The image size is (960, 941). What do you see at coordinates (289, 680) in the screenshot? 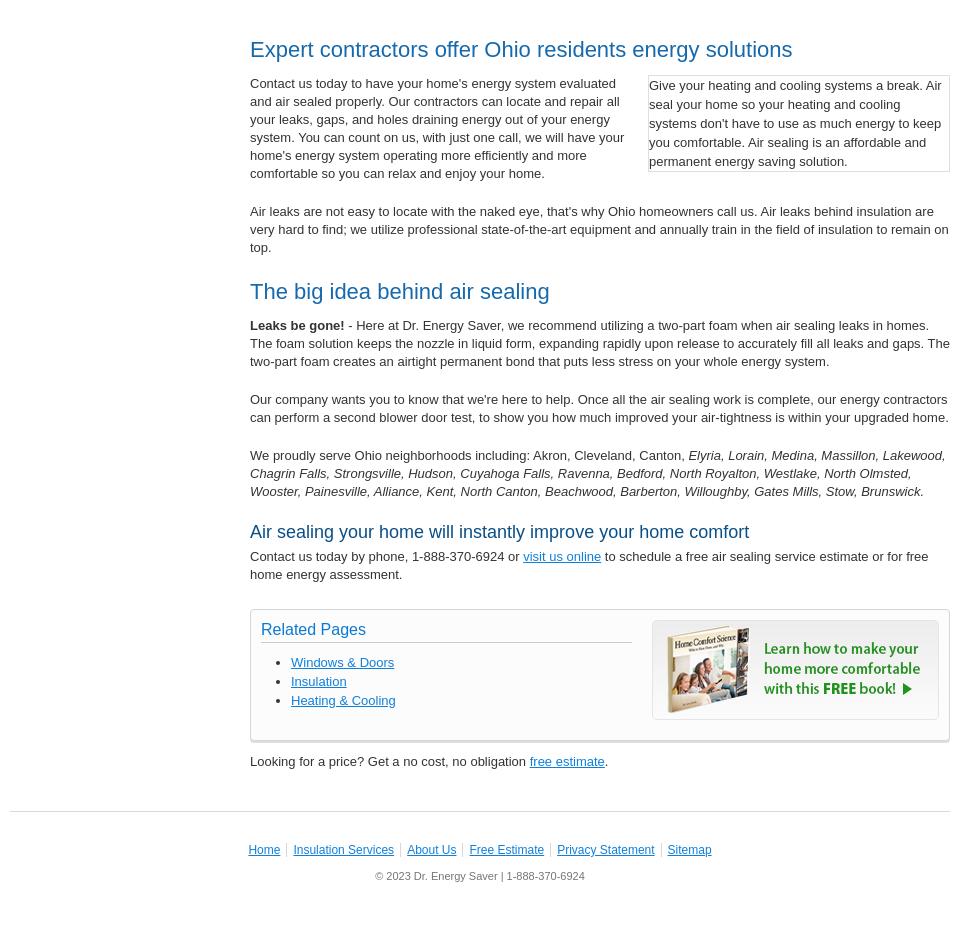
I see `'Insulation'` at bounding box center [289, 680].